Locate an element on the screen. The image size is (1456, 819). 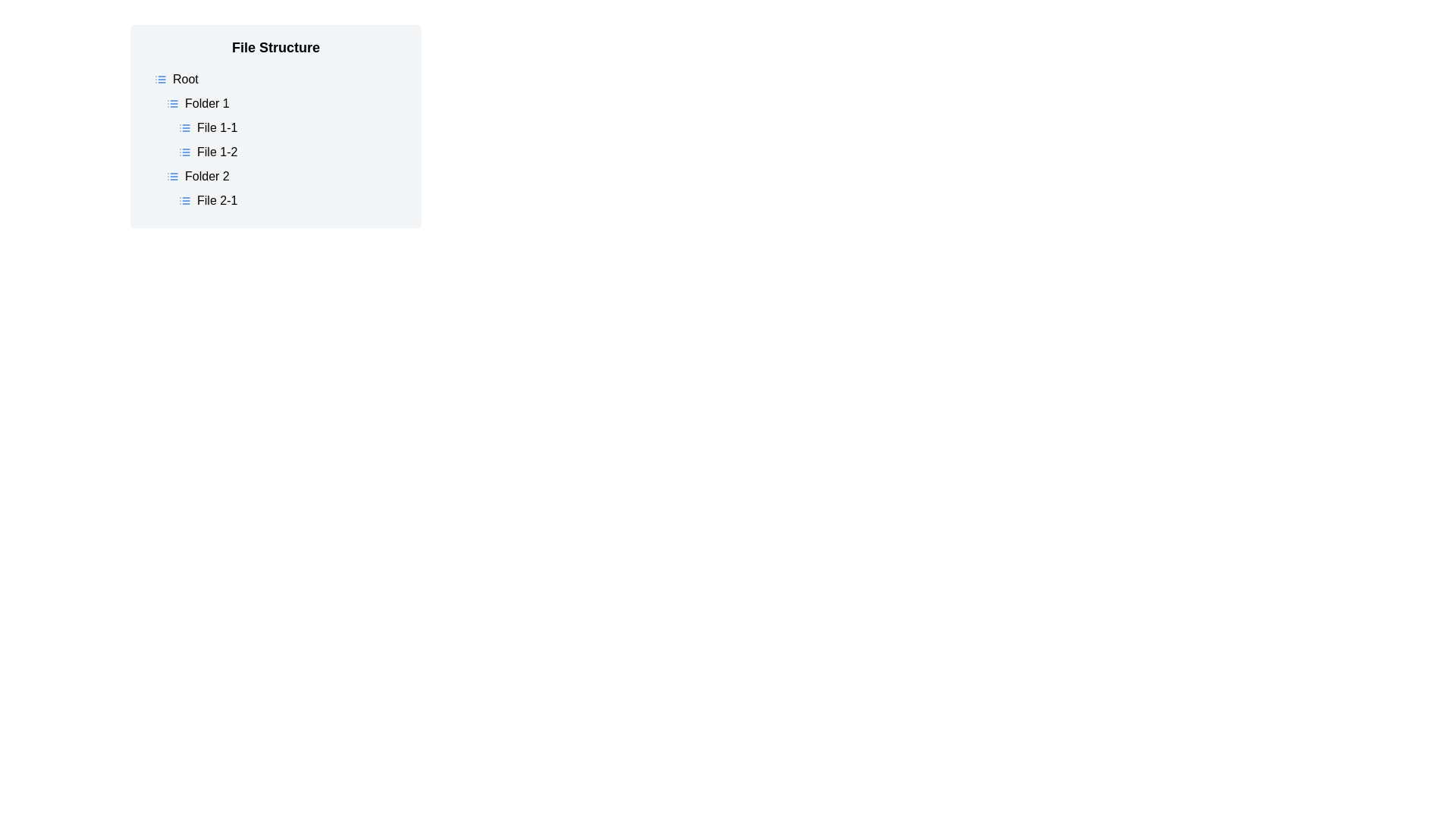
the blue-colored list icon located to the left of the 'Folder 1' entry in the file structure hierarchy is located at coordinates (172, 103).